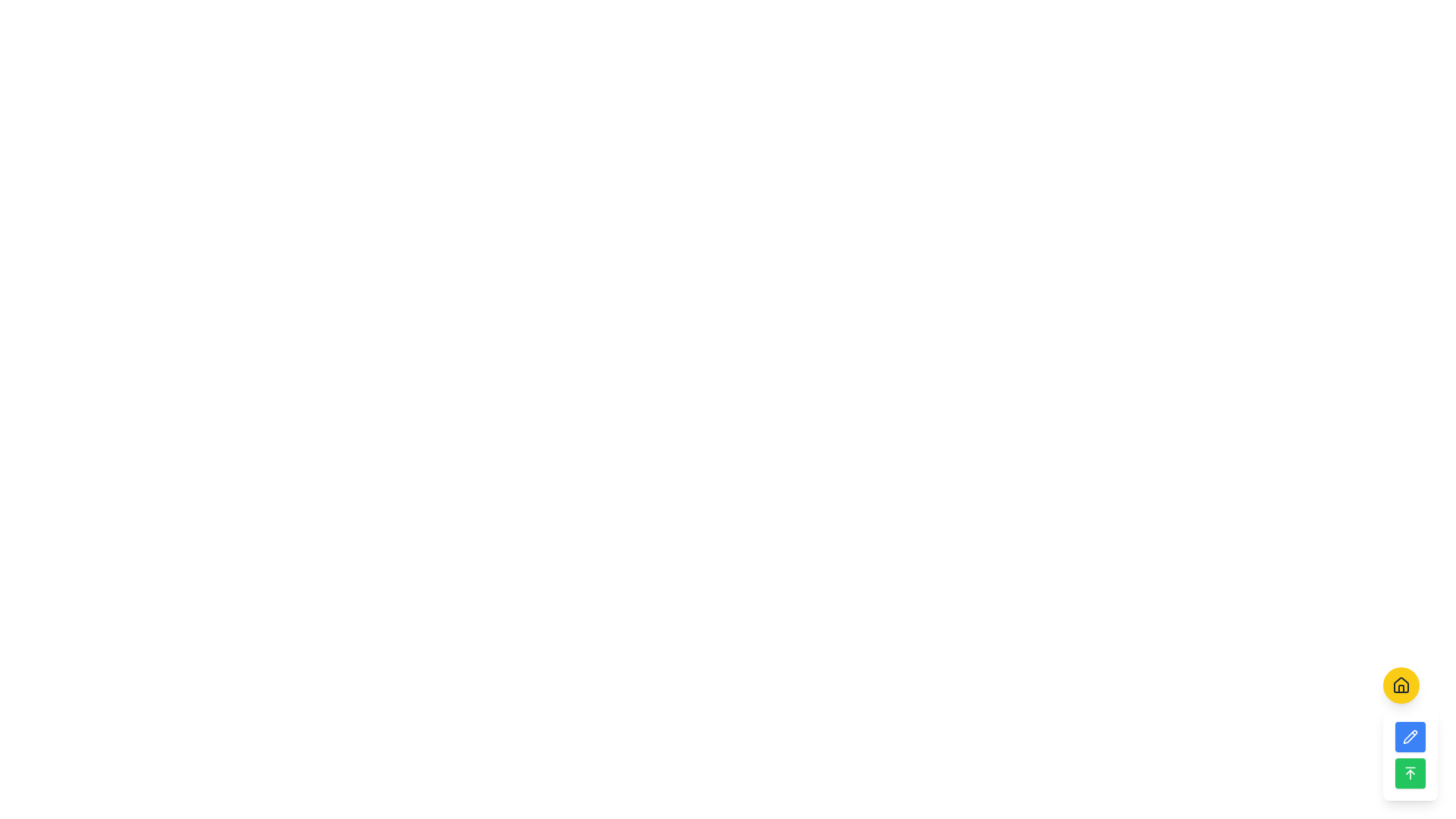 The height and width of the screenshot is (819, 1456). What do you see at coordinates (1410, 736) in the screenshot?
I see `the square blue button with a white pencil icon` at bounding box center [1410, 736].